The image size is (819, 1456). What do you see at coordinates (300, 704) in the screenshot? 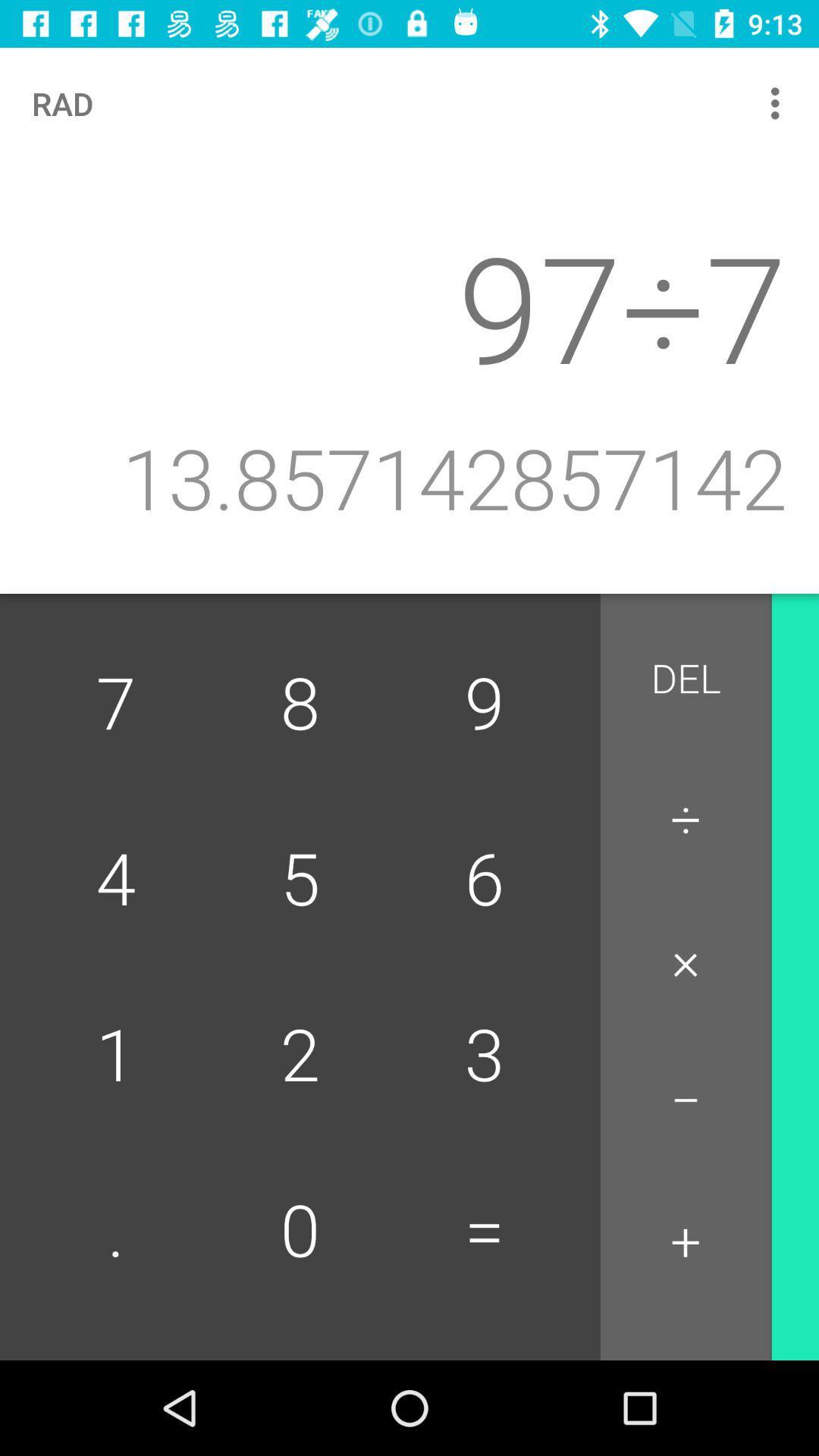
I see `the item to the left of the 9 item` at bounding box center [300, 704].